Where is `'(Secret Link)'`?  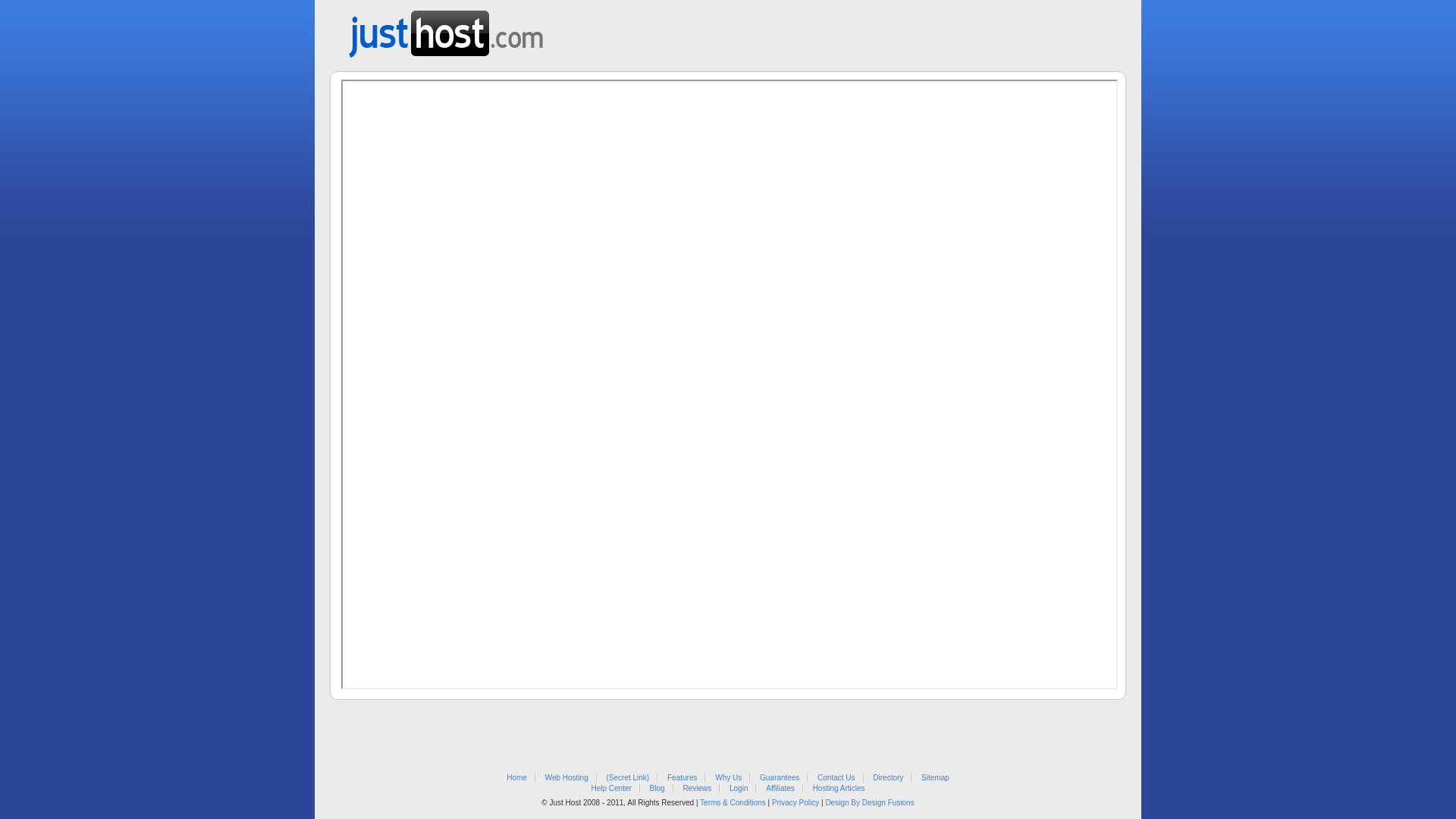 '(Secret Link)' is located at coordinates (628, 777).